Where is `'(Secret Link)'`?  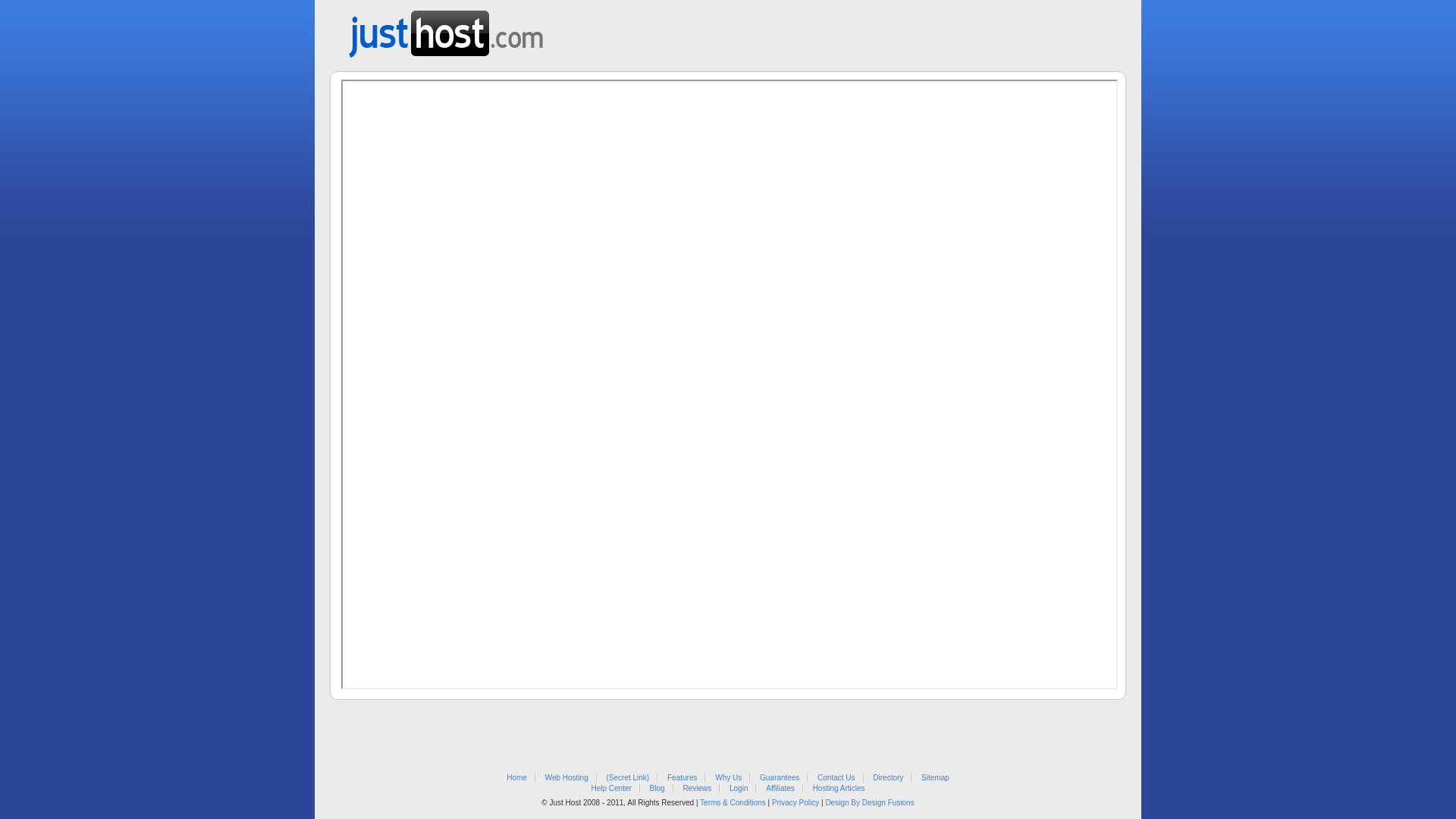 '(Secret Link)' is located at coordinates (628, 777).